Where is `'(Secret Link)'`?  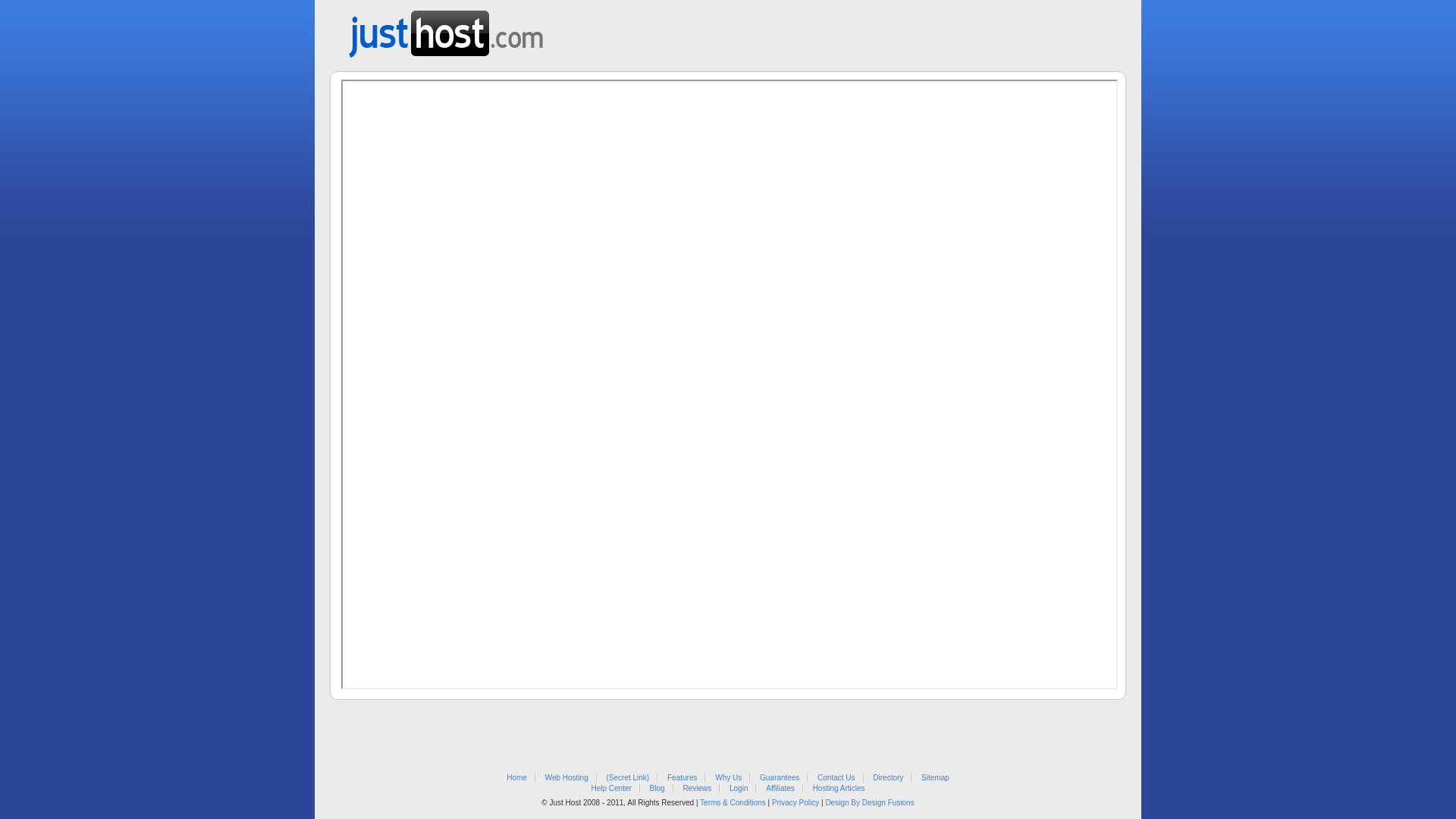 '(Secret Link)' is located at coordinates (628, 777).